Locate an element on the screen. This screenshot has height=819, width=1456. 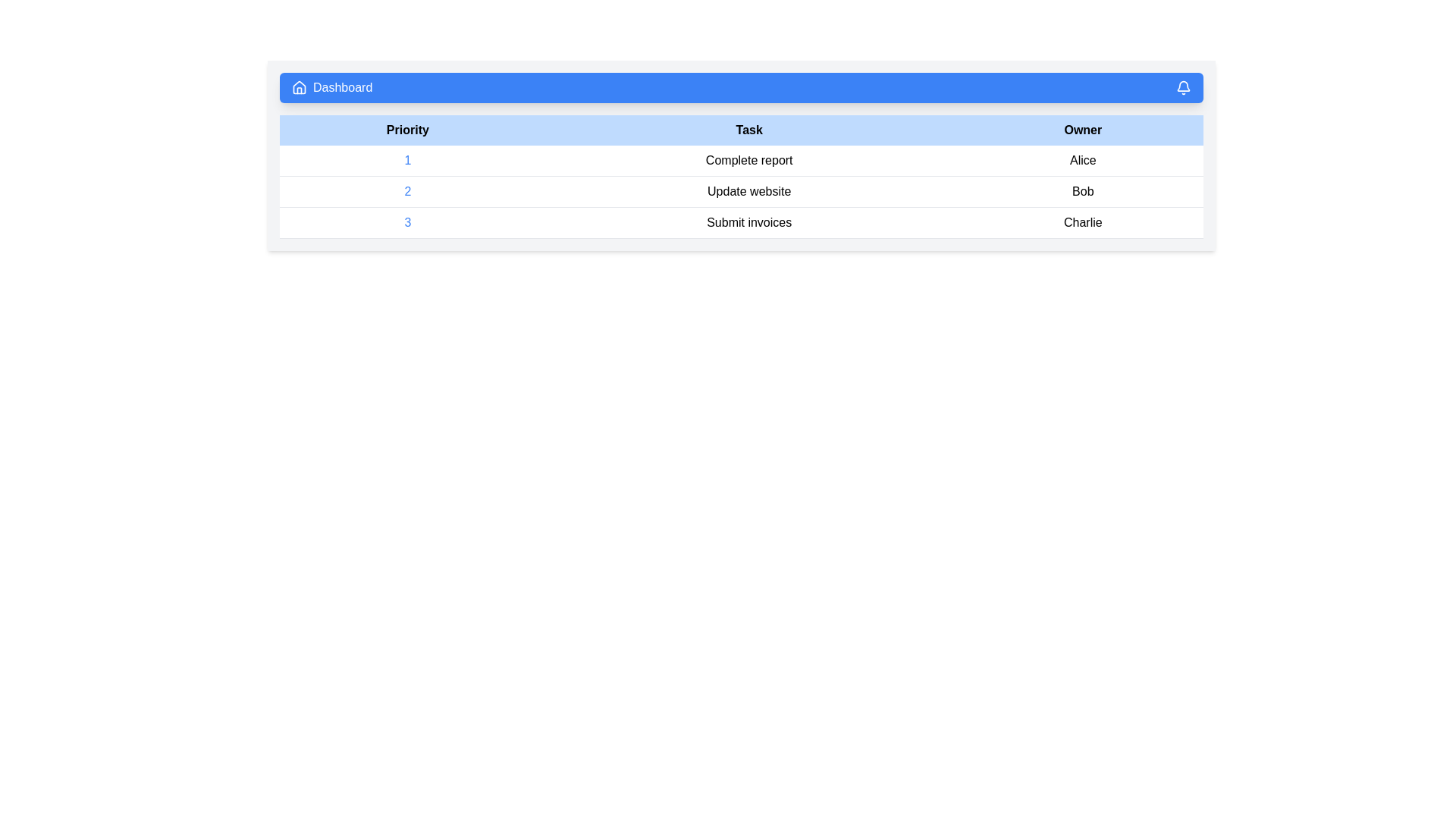
the task is located at coordinates (742, 161).